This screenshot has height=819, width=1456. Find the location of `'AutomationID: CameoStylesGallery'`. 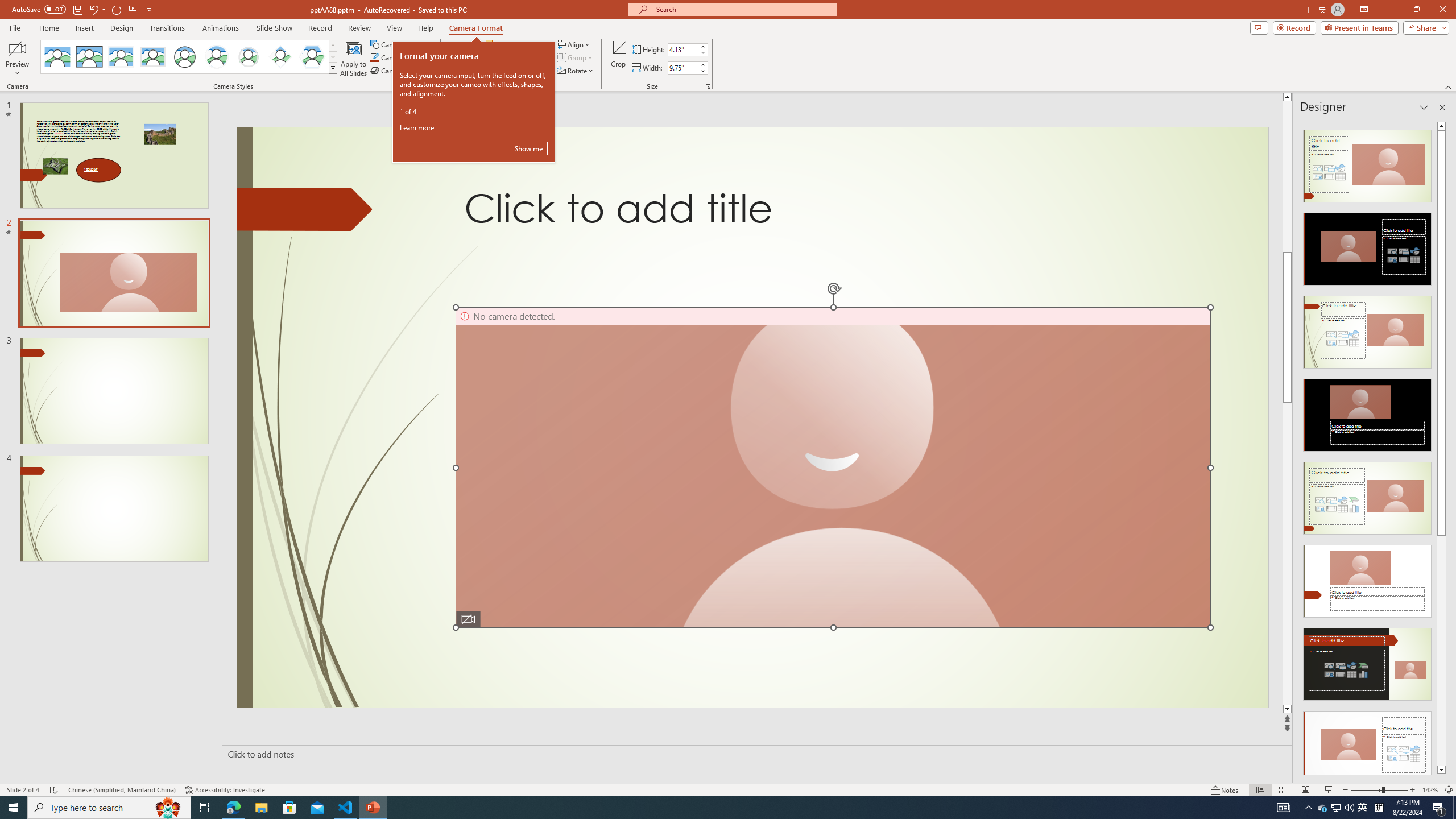

'AutomationID: CameoStylesGallery' is located at coordinates (188, 56).